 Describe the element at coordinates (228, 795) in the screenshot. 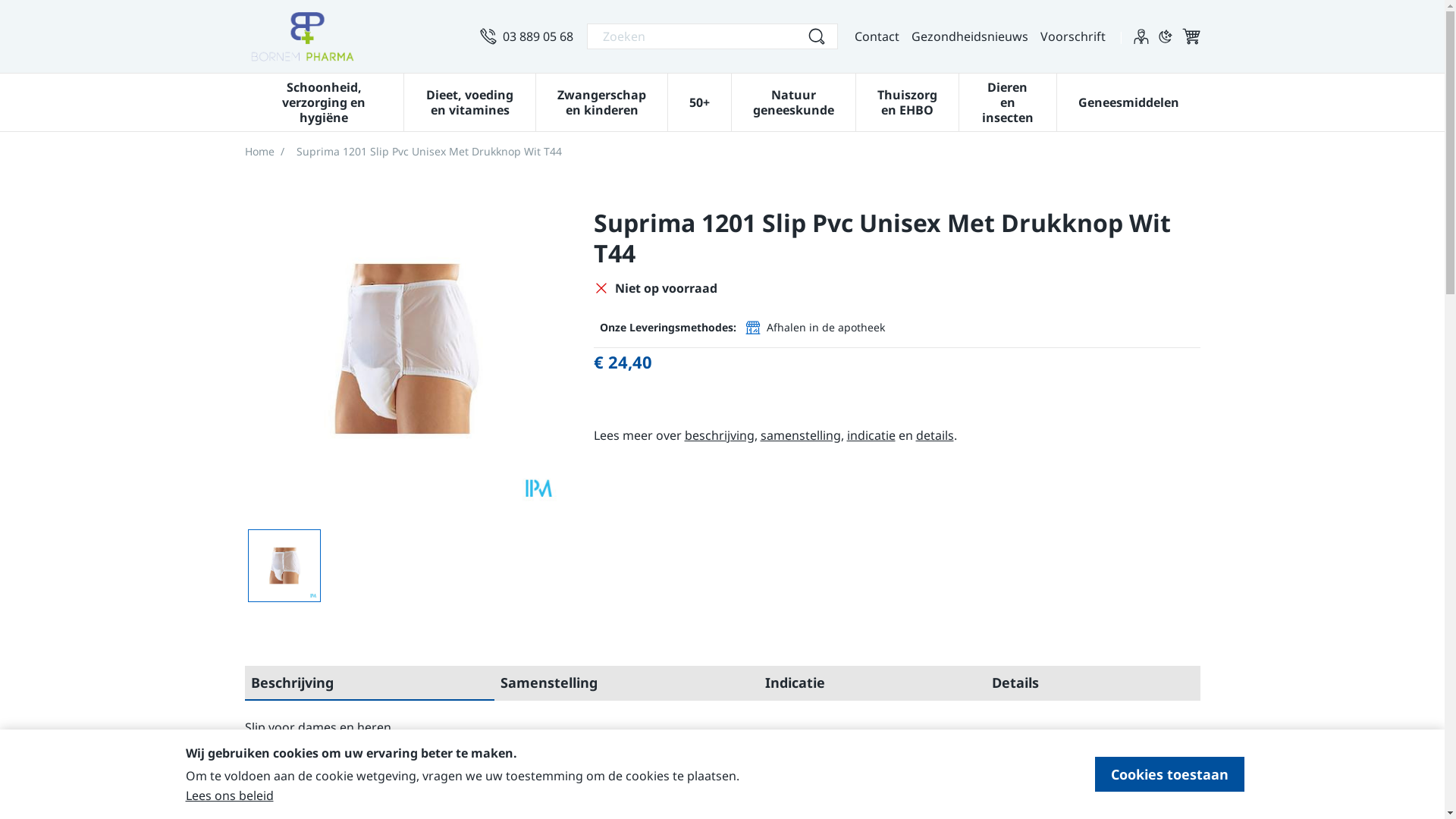

I see `'Lees ons beleid'` at that location.